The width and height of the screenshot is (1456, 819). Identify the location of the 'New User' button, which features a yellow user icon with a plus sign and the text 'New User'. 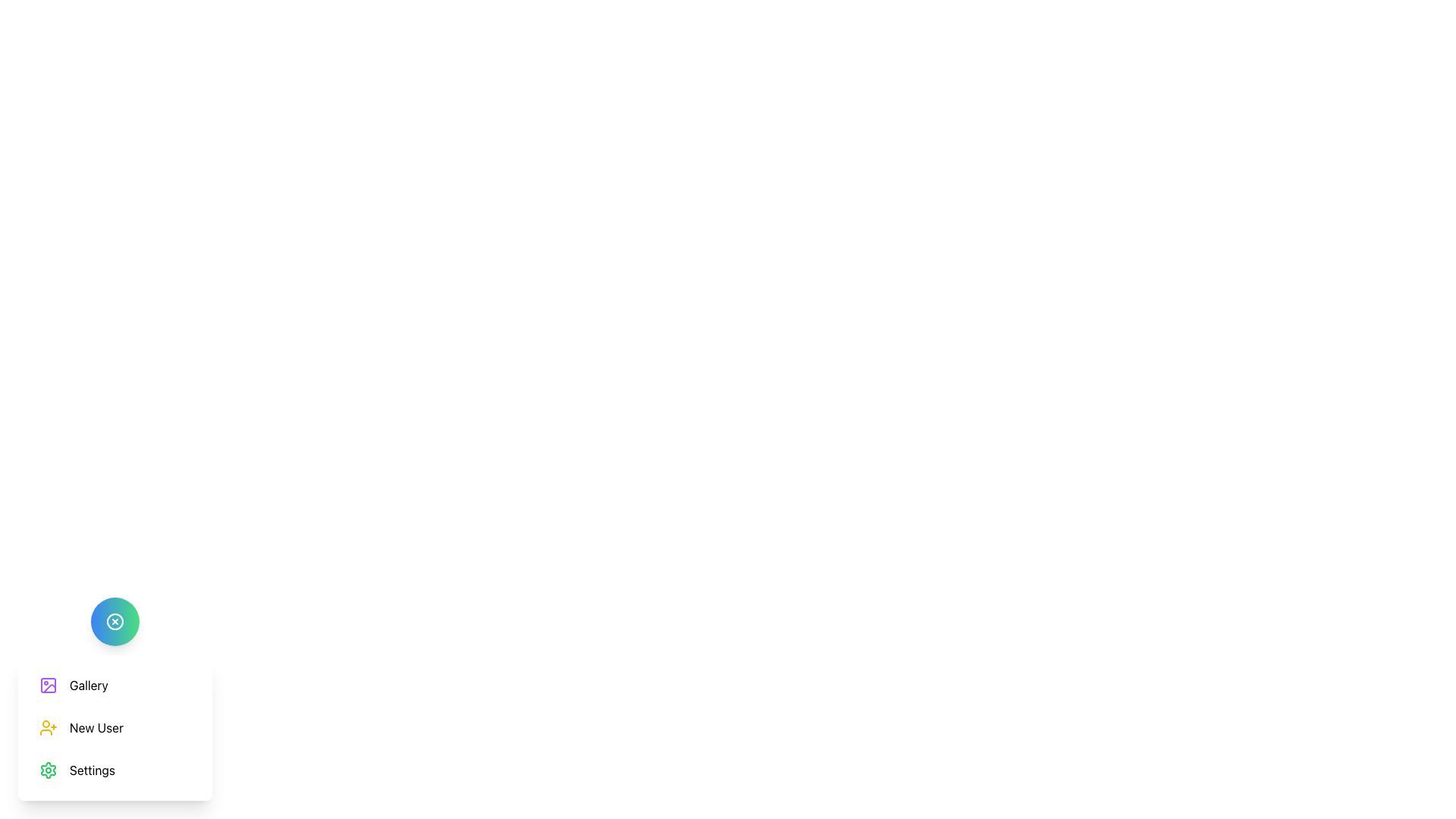
(80, 727).